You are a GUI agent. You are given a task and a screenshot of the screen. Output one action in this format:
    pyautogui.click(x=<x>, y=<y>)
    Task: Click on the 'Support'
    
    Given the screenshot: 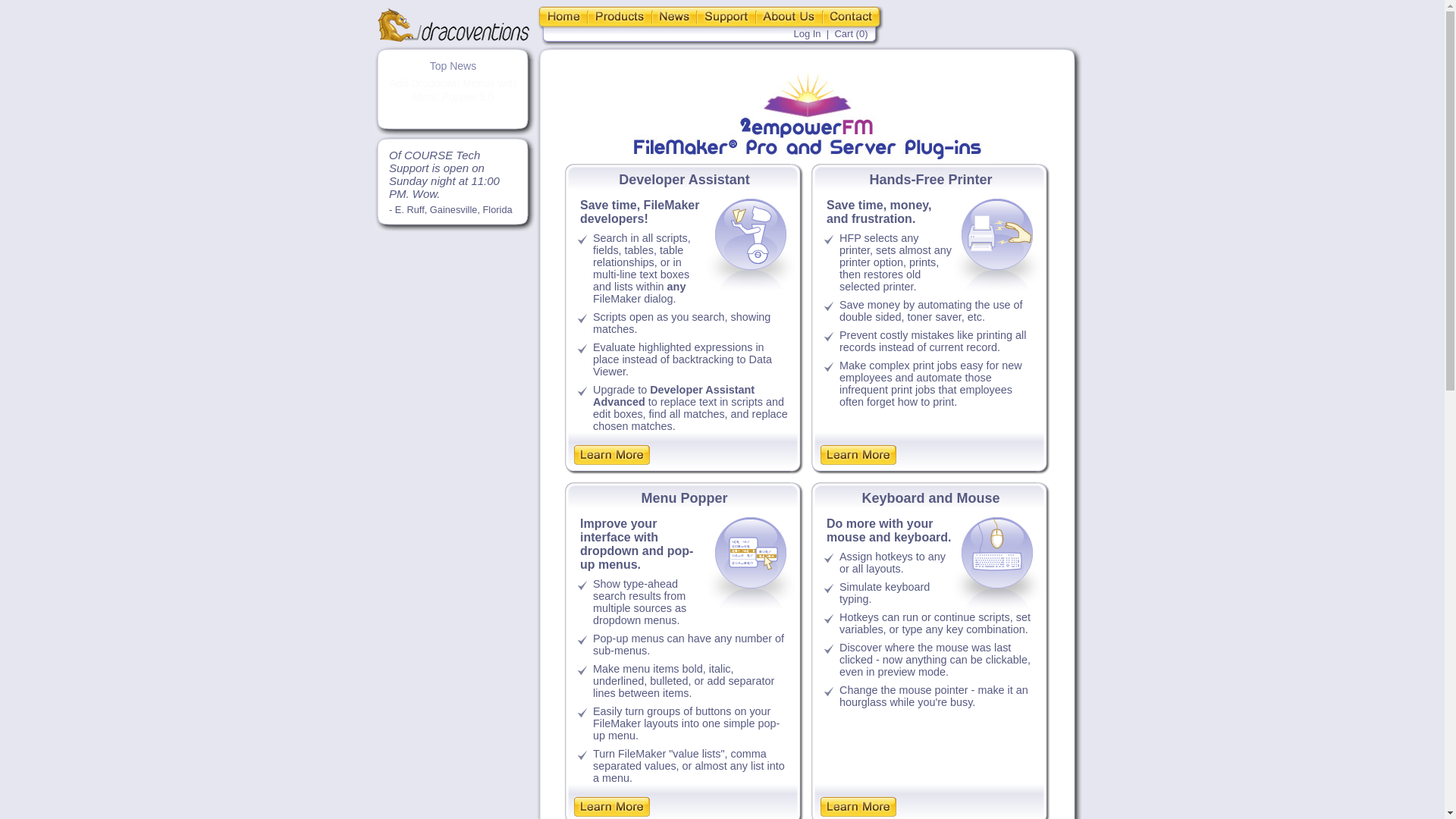 What is the action you would take?
    pyautogui.click(x=724, y=16)
    